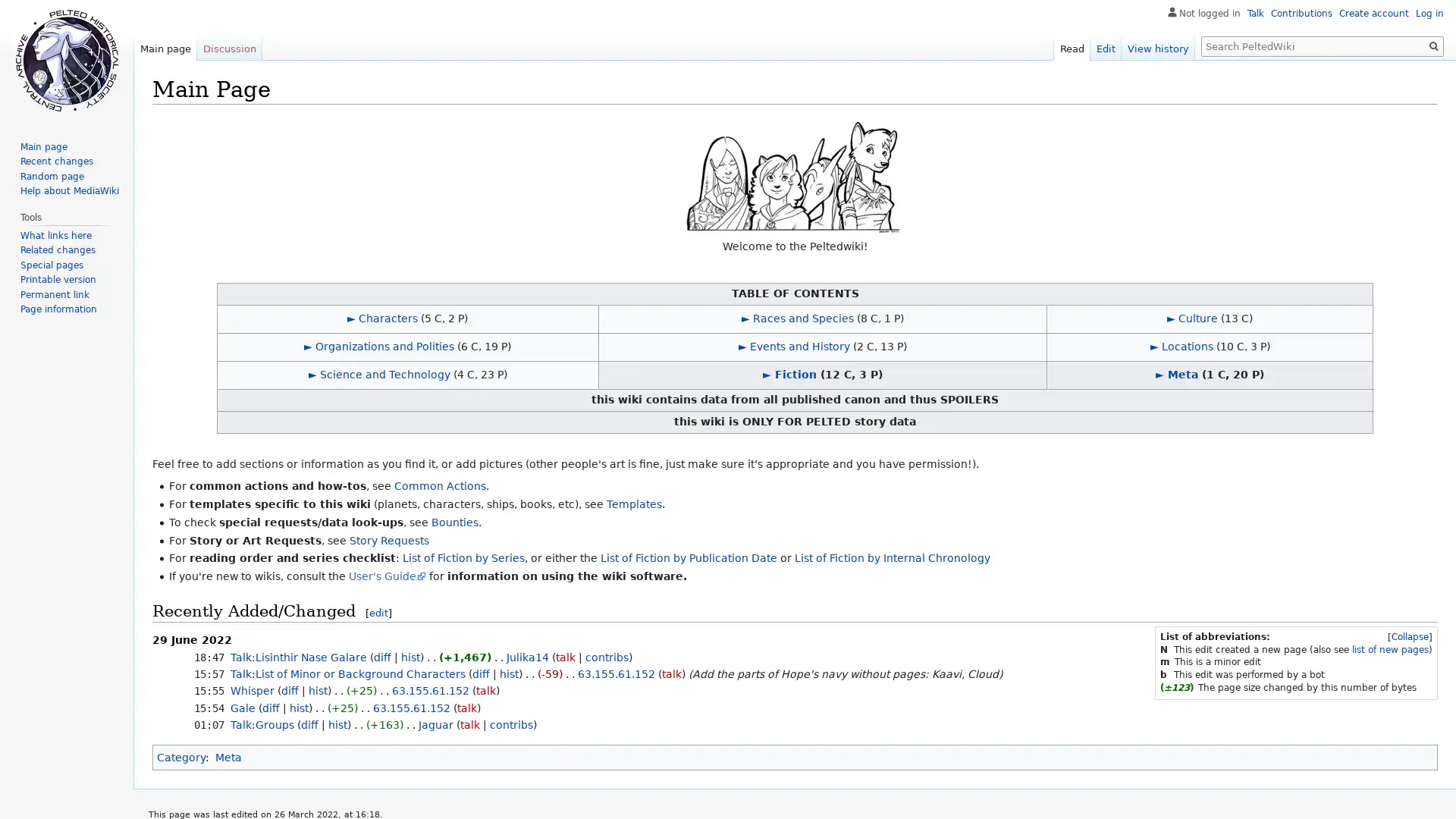 The width and height of the screenshot is (1456, 819). What do you see at coordinates (1409, 637) in the screenshot?
I see `[Collapse]` at bounding box center [1409, 637].